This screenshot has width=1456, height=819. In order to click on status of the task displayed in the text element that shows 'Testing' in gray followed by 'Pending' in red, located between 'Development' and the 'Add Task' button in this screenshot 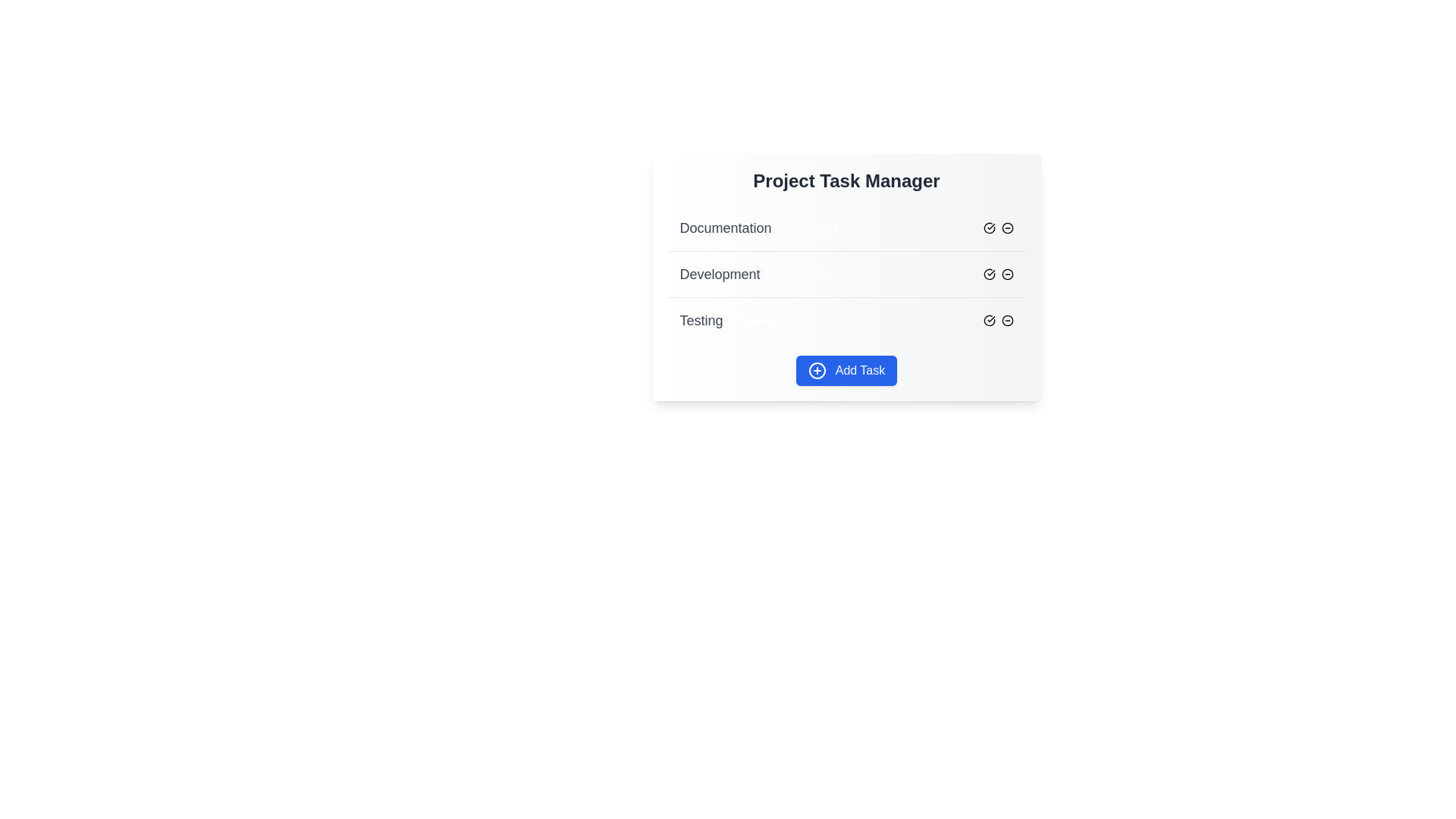, I will do `click(731, 320)`.